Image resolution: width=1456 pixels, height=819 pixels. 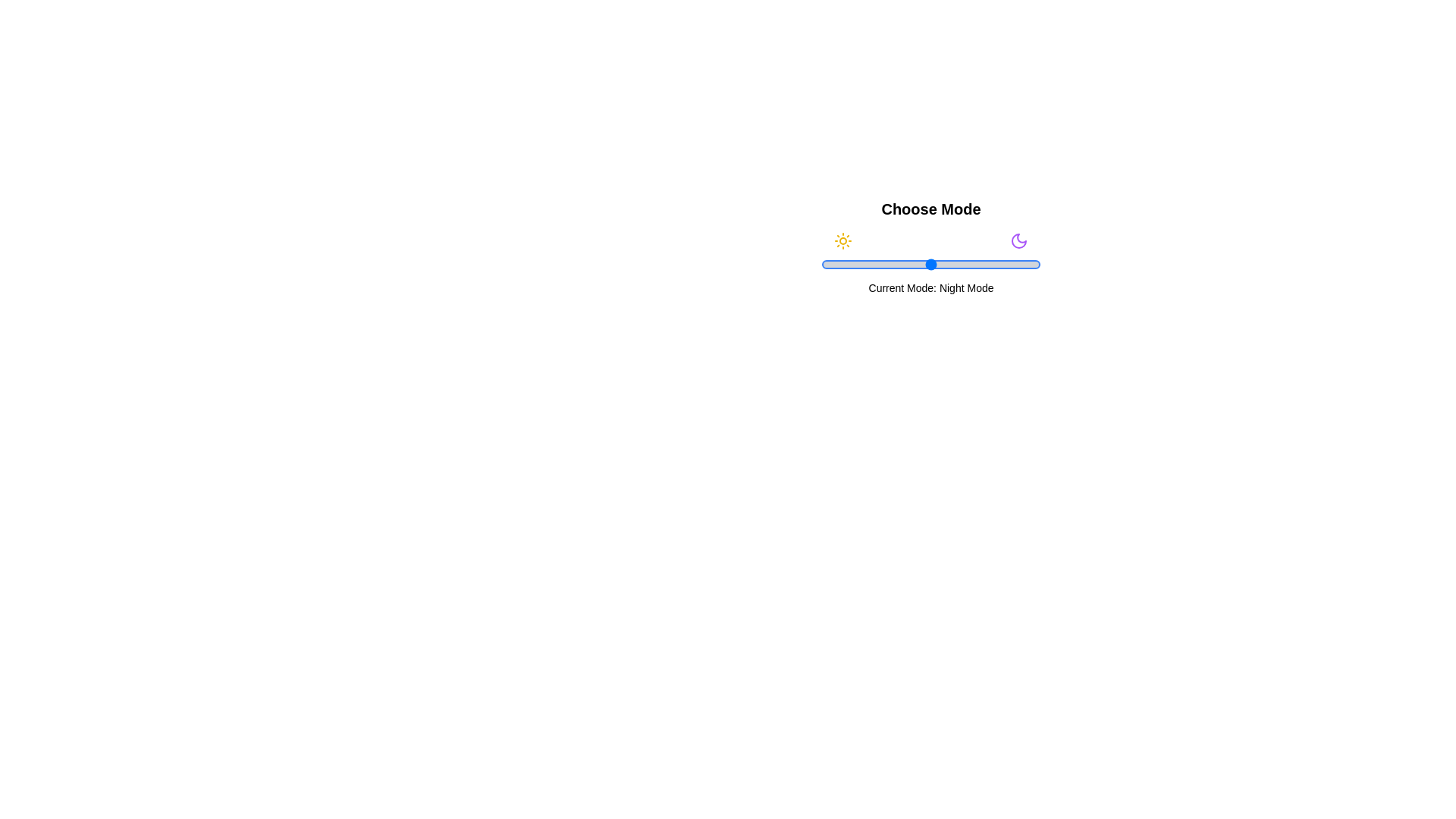 What do you see at coordinates (863, 263) in the screenshot?
I see `the slider to 19% to set the mode` at bounding box center [863, 263].